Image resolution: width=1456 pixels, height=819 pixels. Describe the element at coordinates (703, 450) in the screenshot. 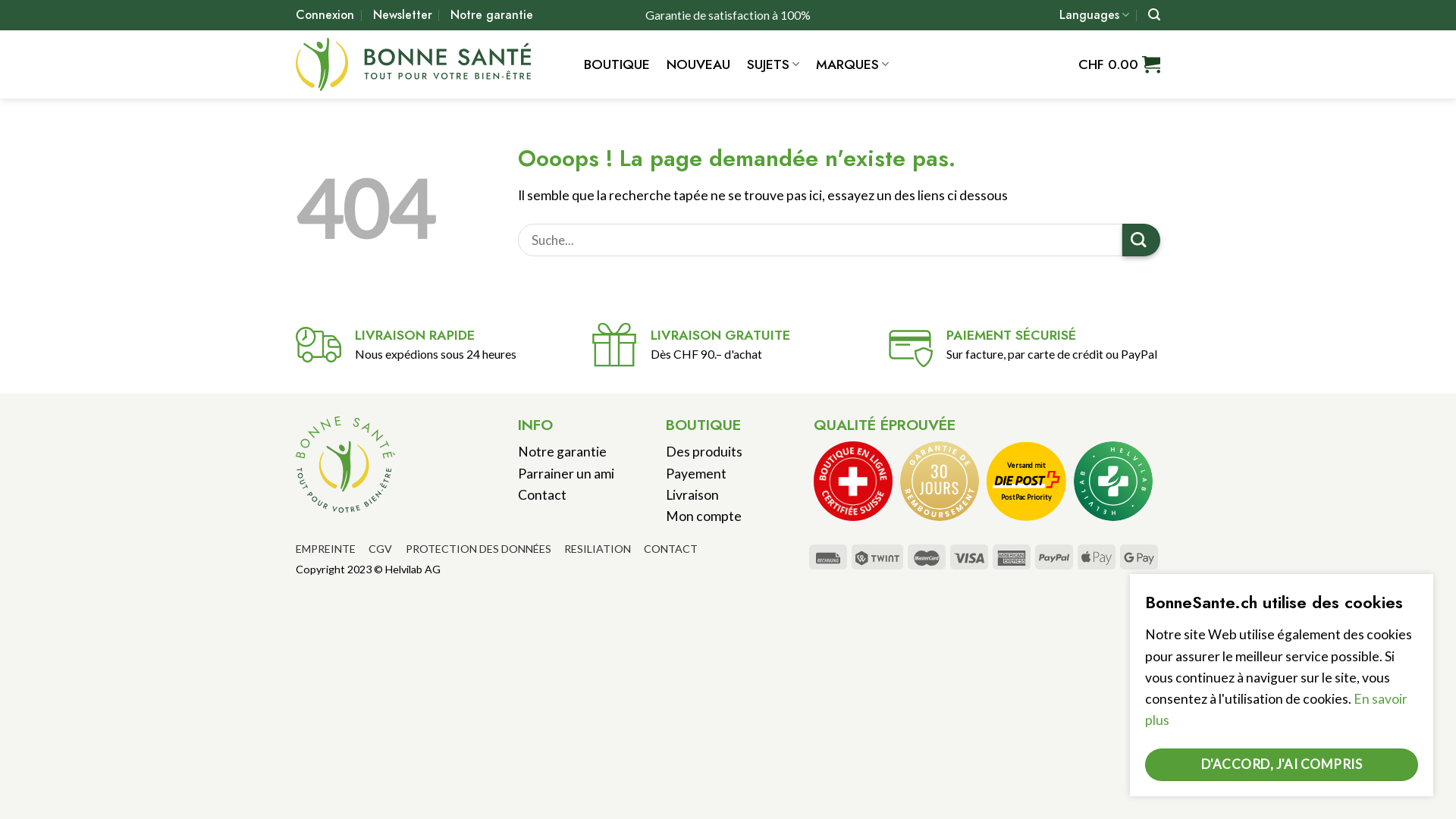

I see `'Des produits'` at that location.